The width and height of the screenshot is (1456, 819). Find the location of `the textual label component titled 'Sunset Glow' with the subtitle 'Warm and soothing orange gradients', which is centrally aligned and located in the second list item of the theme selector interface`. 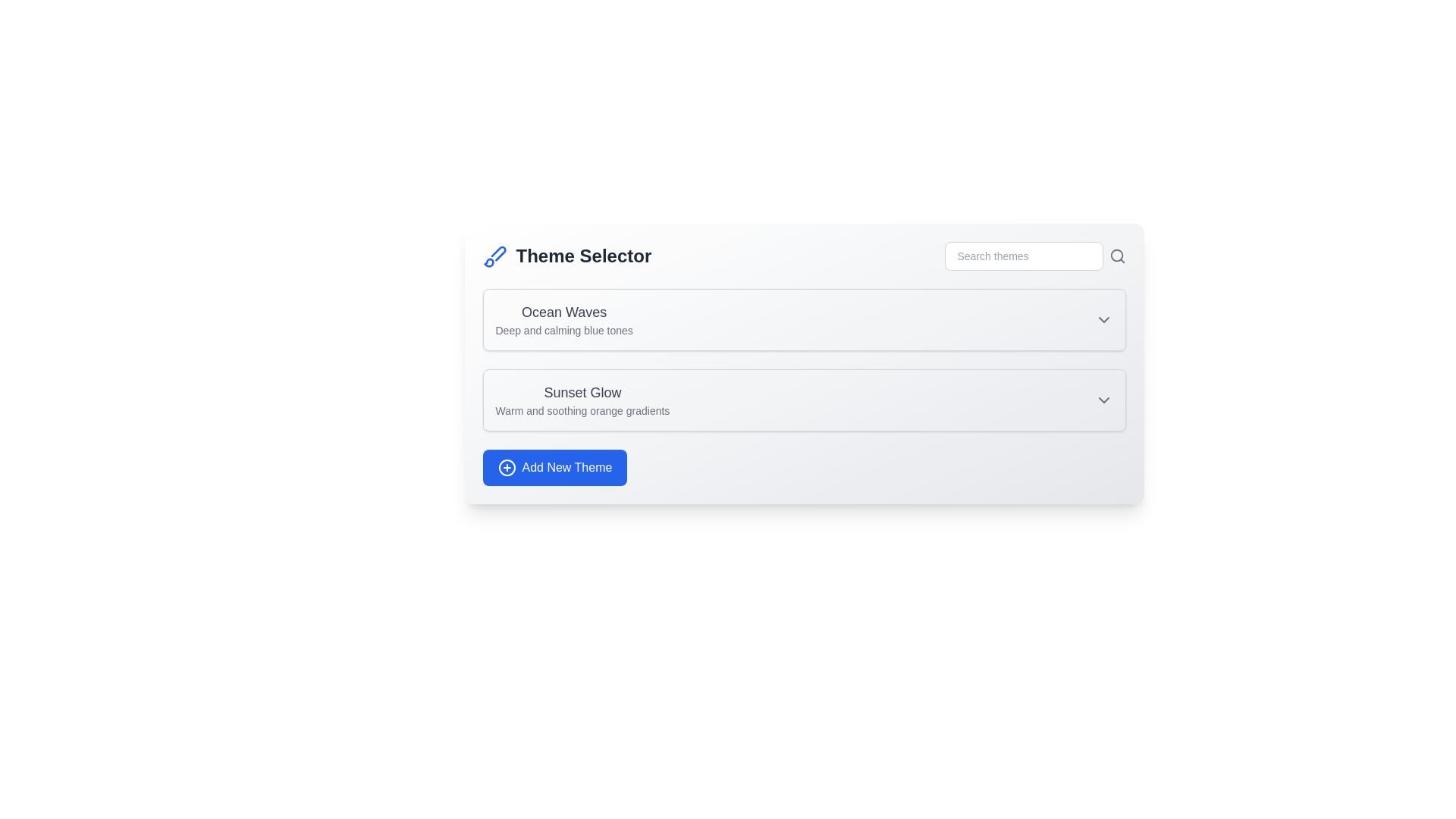

the textual label component titled 'Sunset Glow' with the subtitle 'Warm and soothing orange gradients', which is centrally aligned and located in the second list item of the theme selector interface is located at coordinates (582, 400).